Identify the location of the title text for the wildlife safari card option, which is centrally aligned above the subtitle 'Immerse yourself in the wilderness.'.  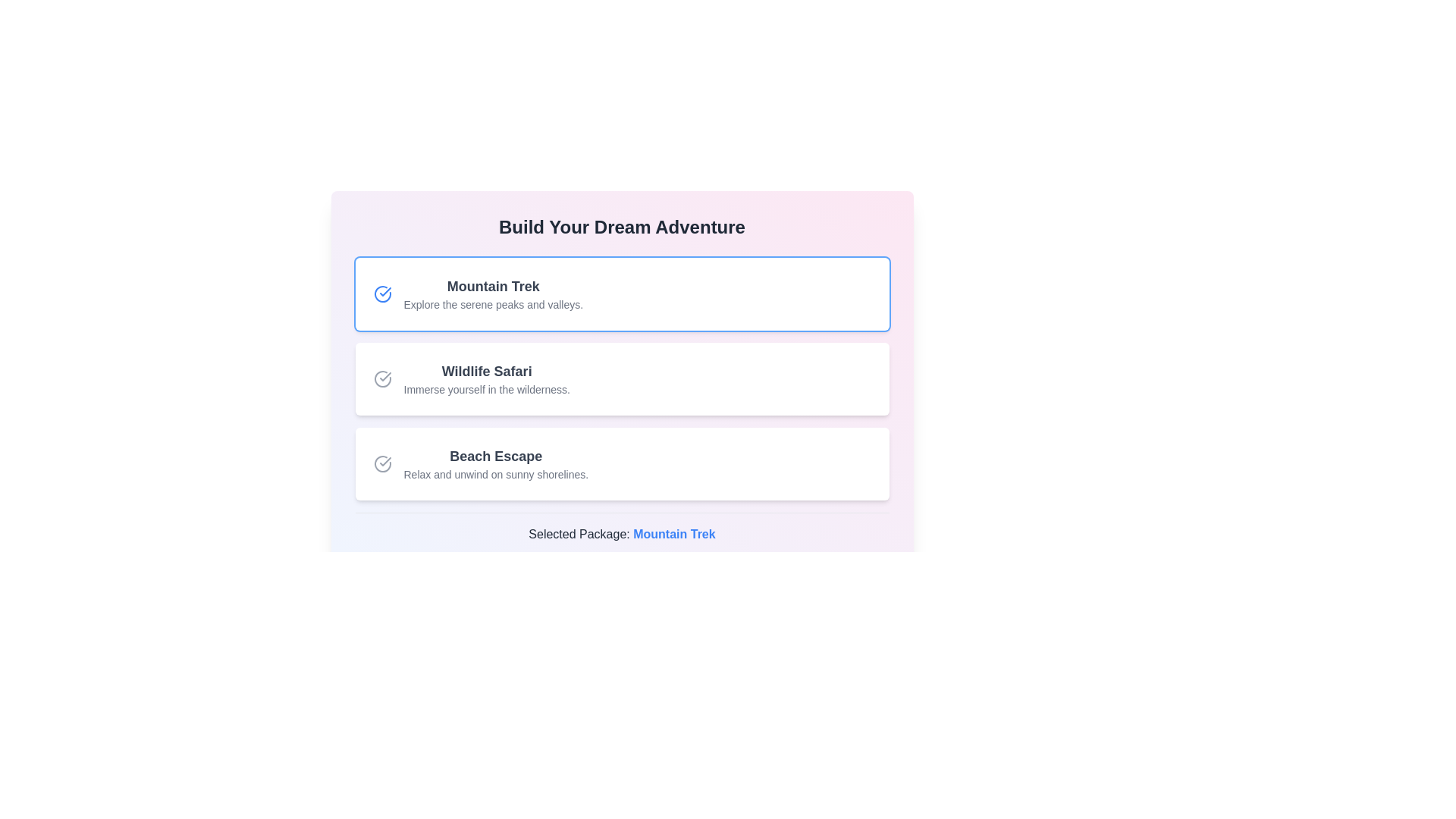
(487, 371).